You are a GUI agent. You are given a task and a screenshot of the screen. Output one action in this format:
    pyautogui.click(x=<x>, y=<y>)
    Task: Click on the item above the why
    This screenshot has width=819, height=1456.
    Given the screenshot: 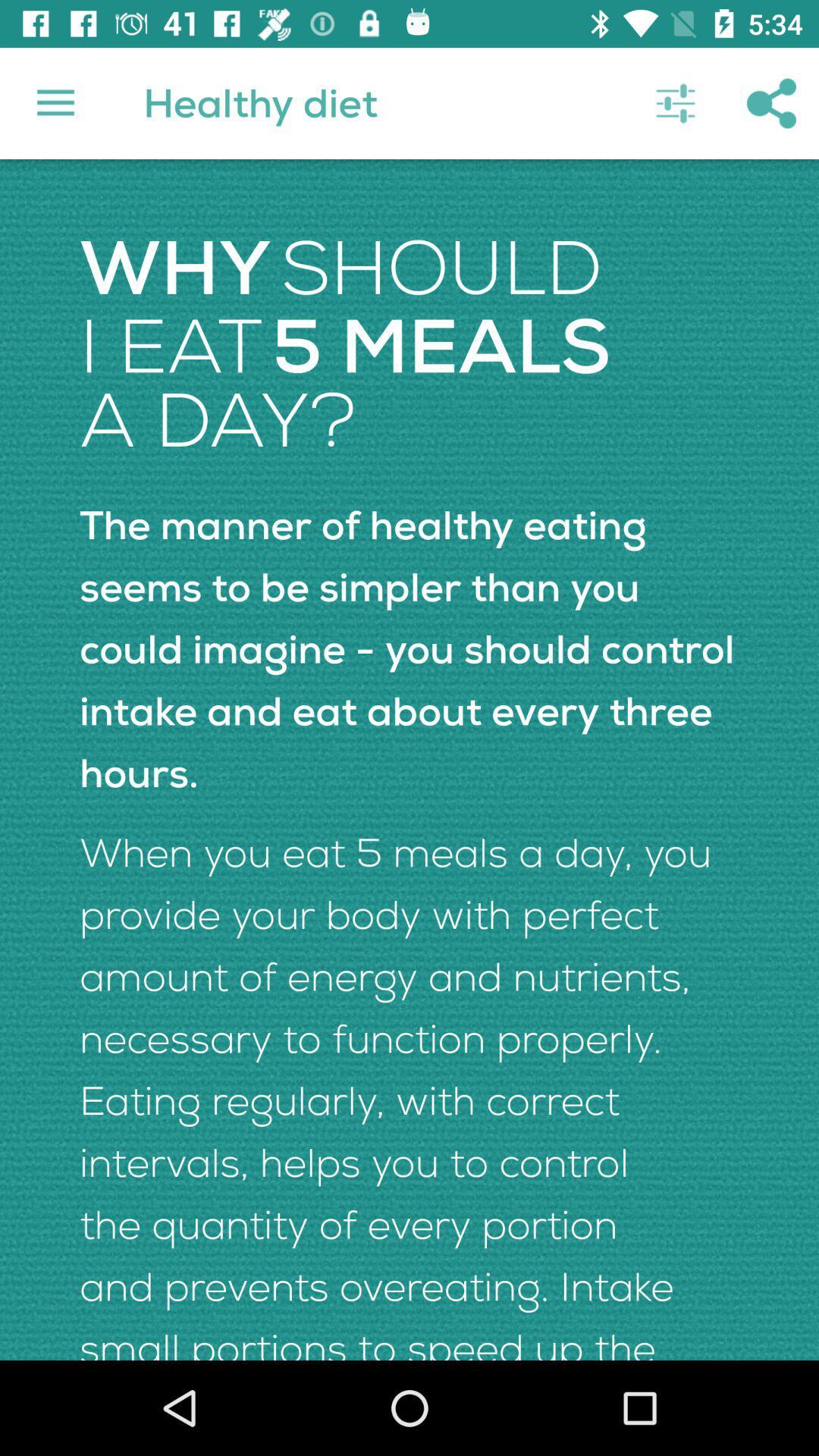 What is the action you would take?
    pyautogui.click(x=55, y=102)
    